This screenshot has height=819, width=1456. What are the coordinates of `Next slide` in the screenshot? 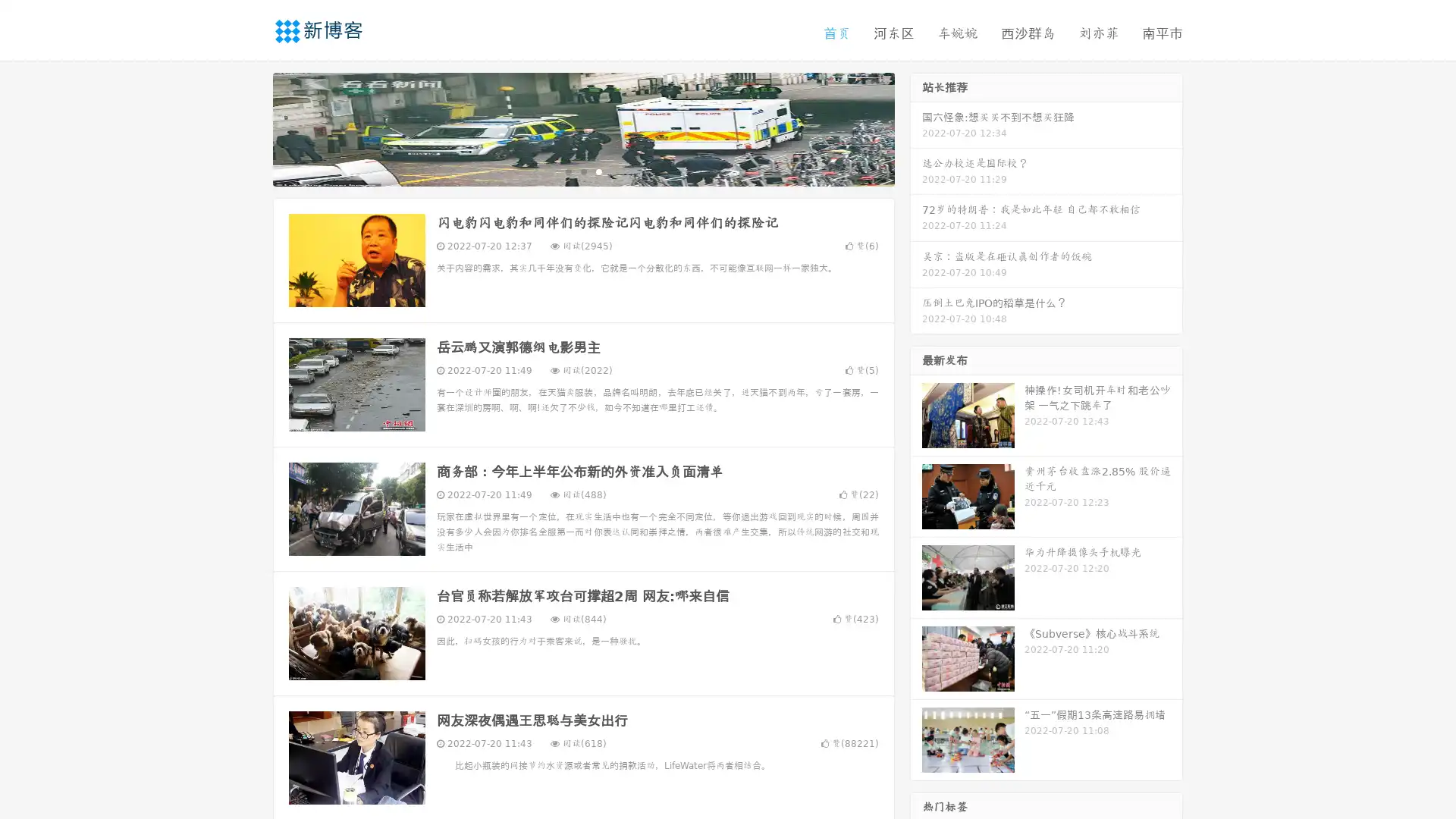 It's located at (916, 127).